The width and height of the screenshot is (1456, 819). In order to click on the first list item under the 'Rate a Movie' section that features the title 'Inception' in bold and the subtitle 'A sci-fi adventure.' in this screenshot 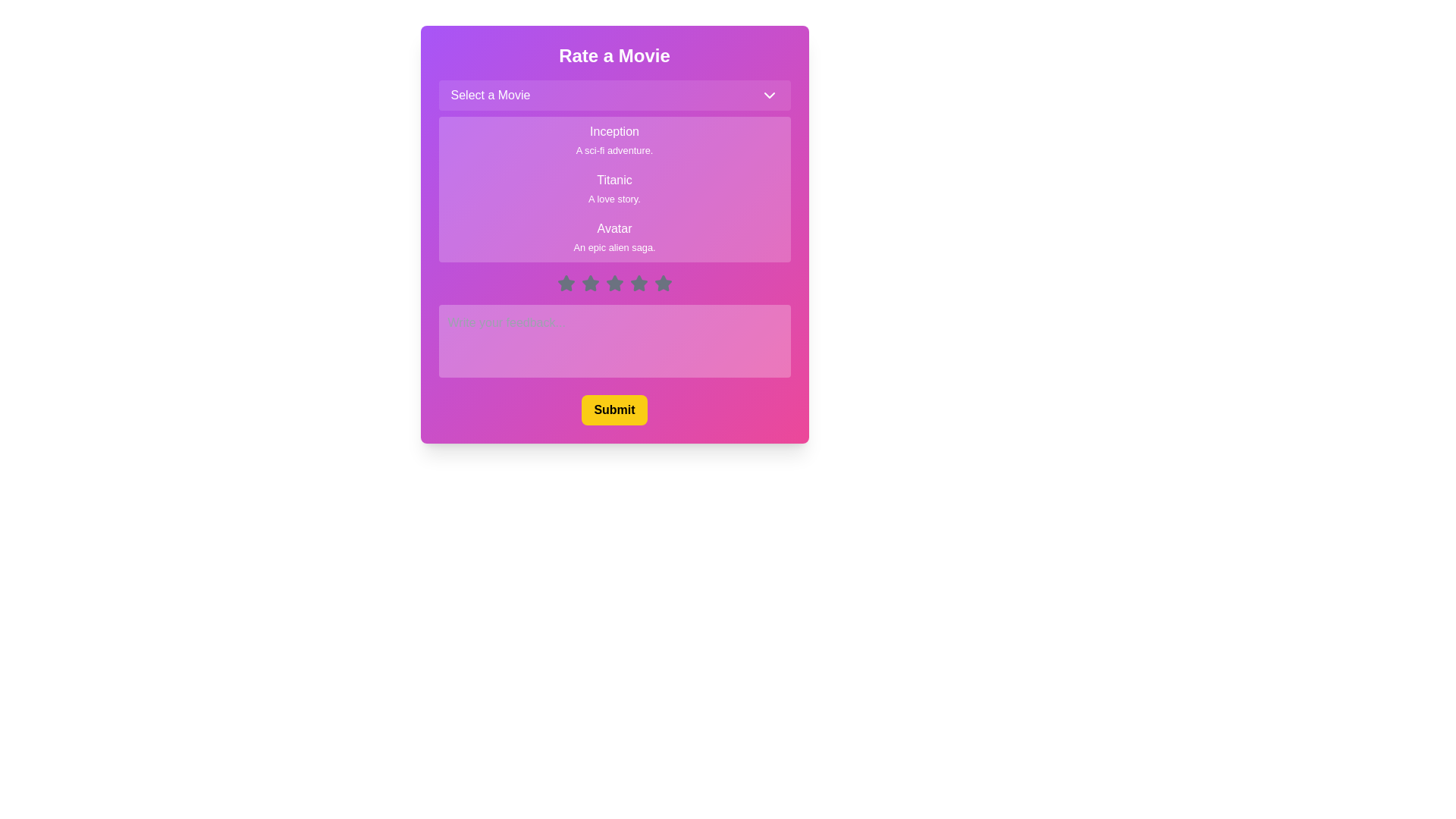, I will do `click(614, 140)`.